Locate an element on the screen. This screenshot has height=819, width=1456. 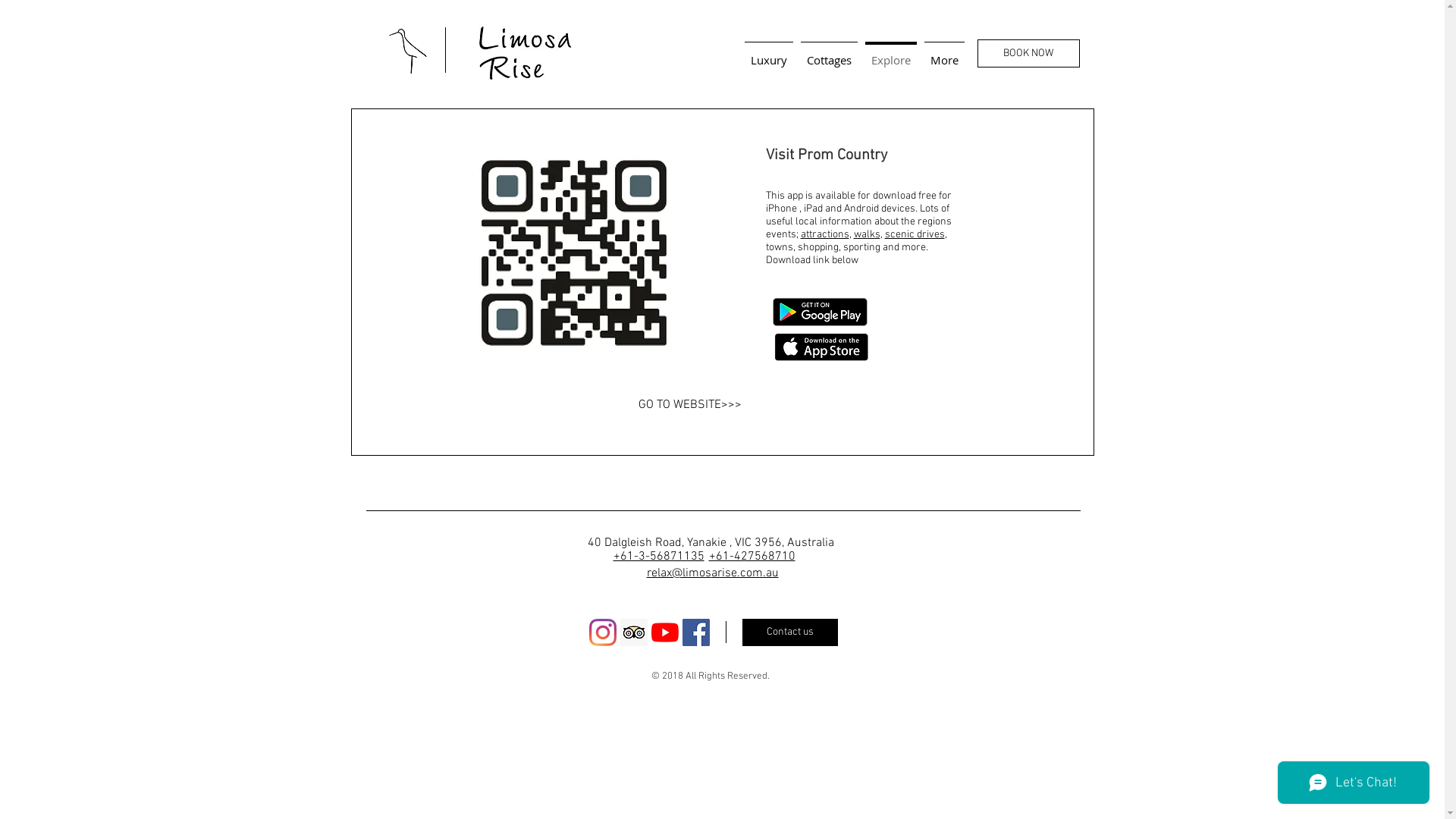
'+61-3-56871135' is located at coordinates (612, 556).